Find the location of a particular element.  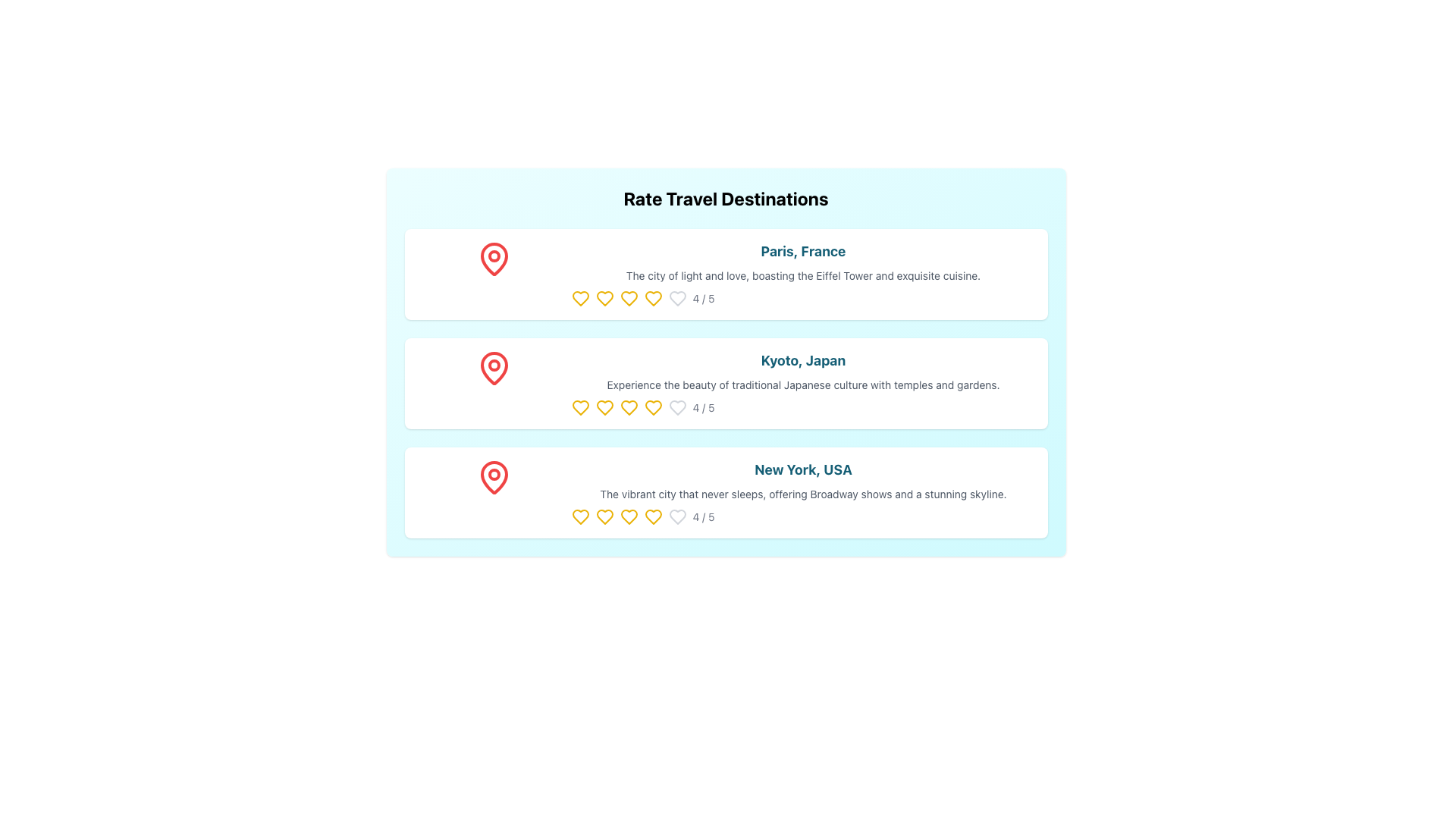

the geographical location icon representing 'New York, USA', which is positioned at the leftmost part of the third section in the list is located at coordinates (494, 493).